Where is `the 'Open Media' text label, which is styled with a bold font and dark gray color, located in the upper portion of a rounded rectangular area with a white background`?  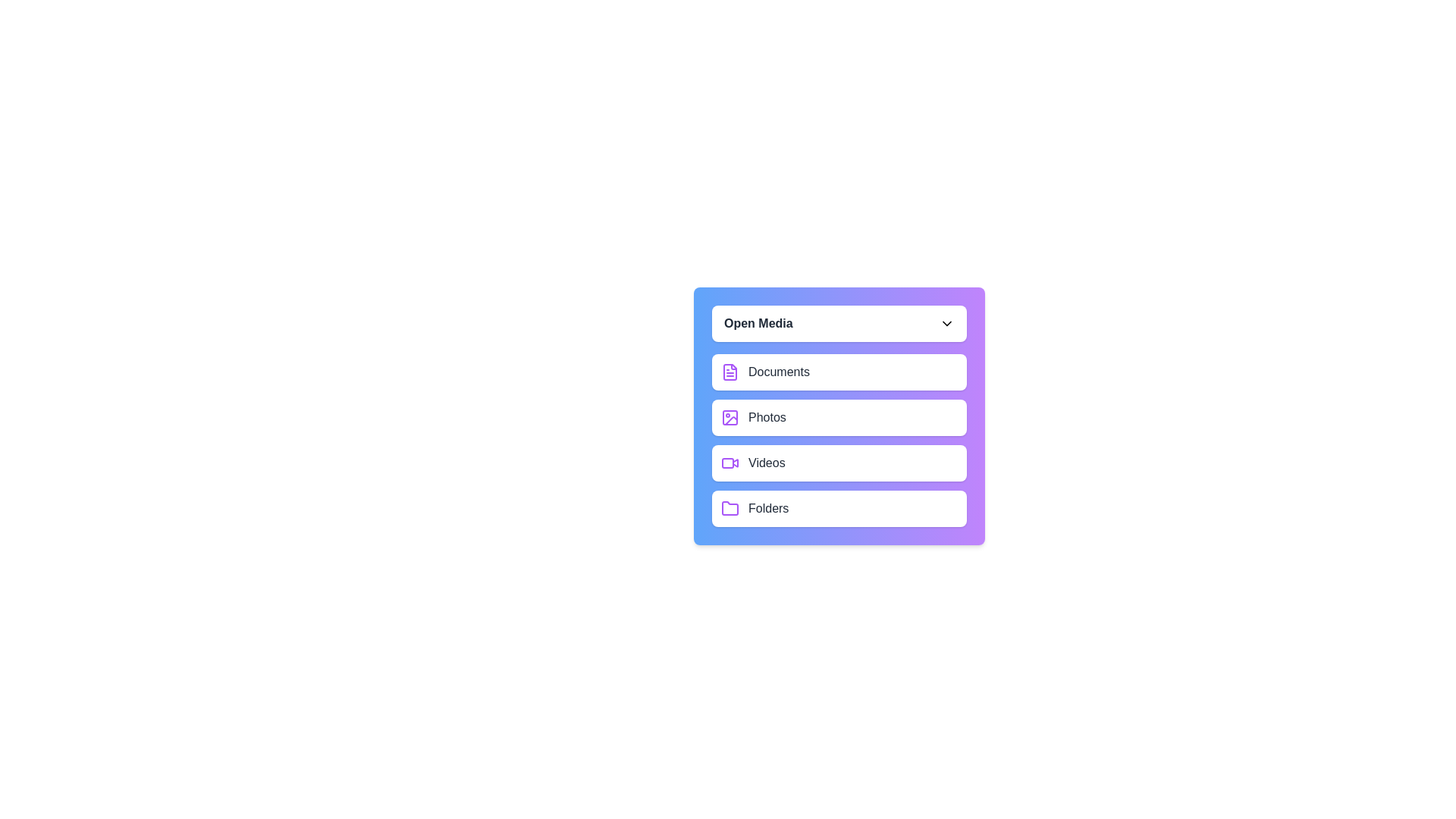
the 'Open Media' text label, which is styled with a bold font and dark gray color, located in the upper portion of a rounded rectangular area with a white background is located at coordinates (758, 323).